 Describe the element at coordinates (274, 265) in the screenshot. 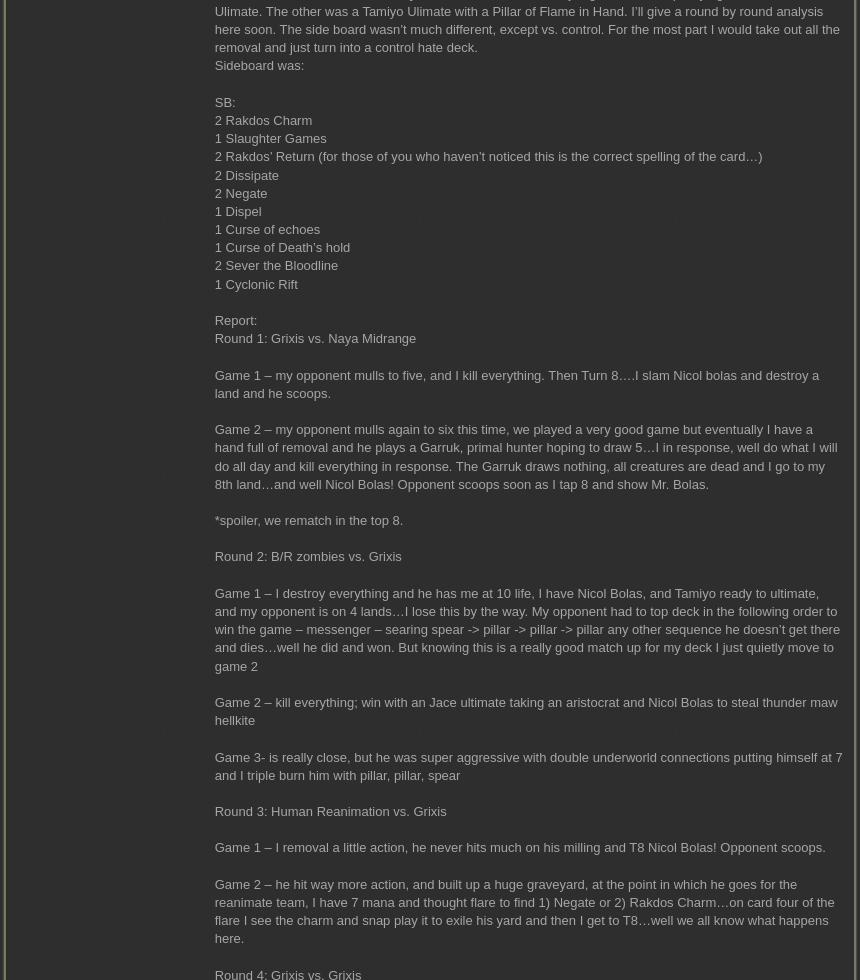

I see `'2 Sever the Bloodline'` at that location.